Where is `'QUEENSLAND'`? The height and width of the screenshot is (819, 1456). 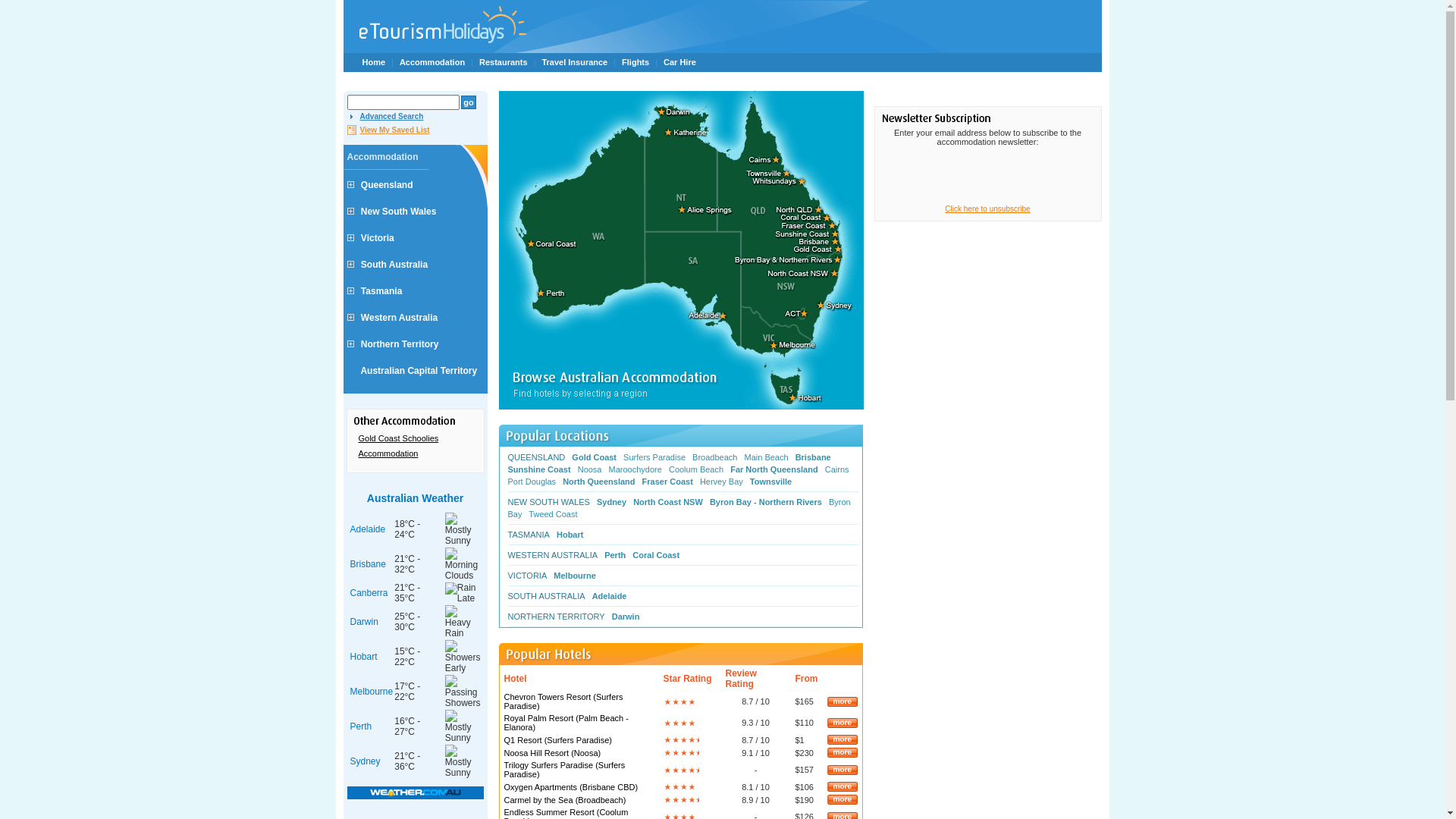
'QUEENSLAND' is located at coordinates (538, 456).